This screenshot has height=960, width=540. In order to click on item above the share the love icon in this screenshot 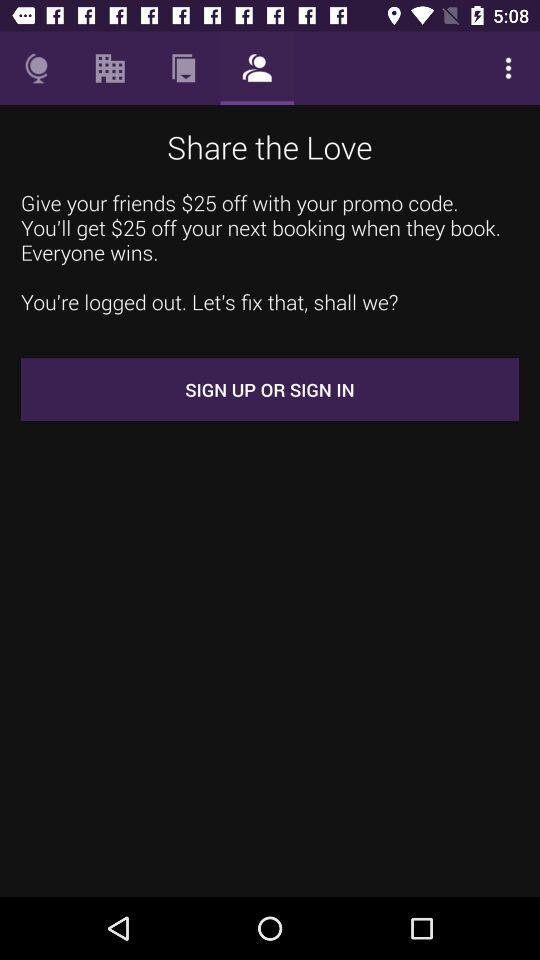, I will do `click(183, 68)`.